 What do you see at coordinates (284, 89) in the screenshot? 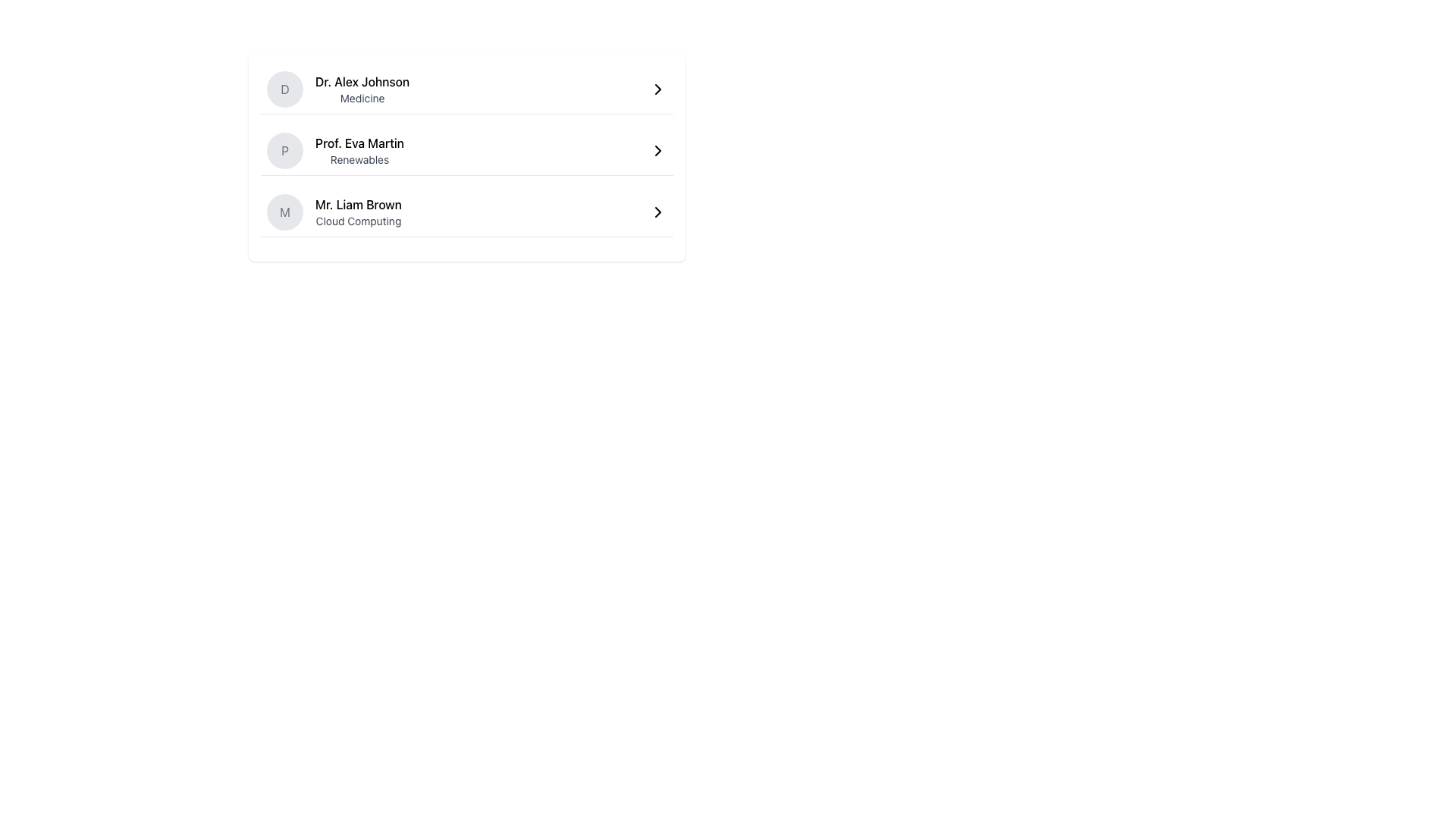
I see `the circular avatar representing the user 'Dr. Alex Johnson' located to the left of their name in the vertical list` at bounding box center [284, 89].